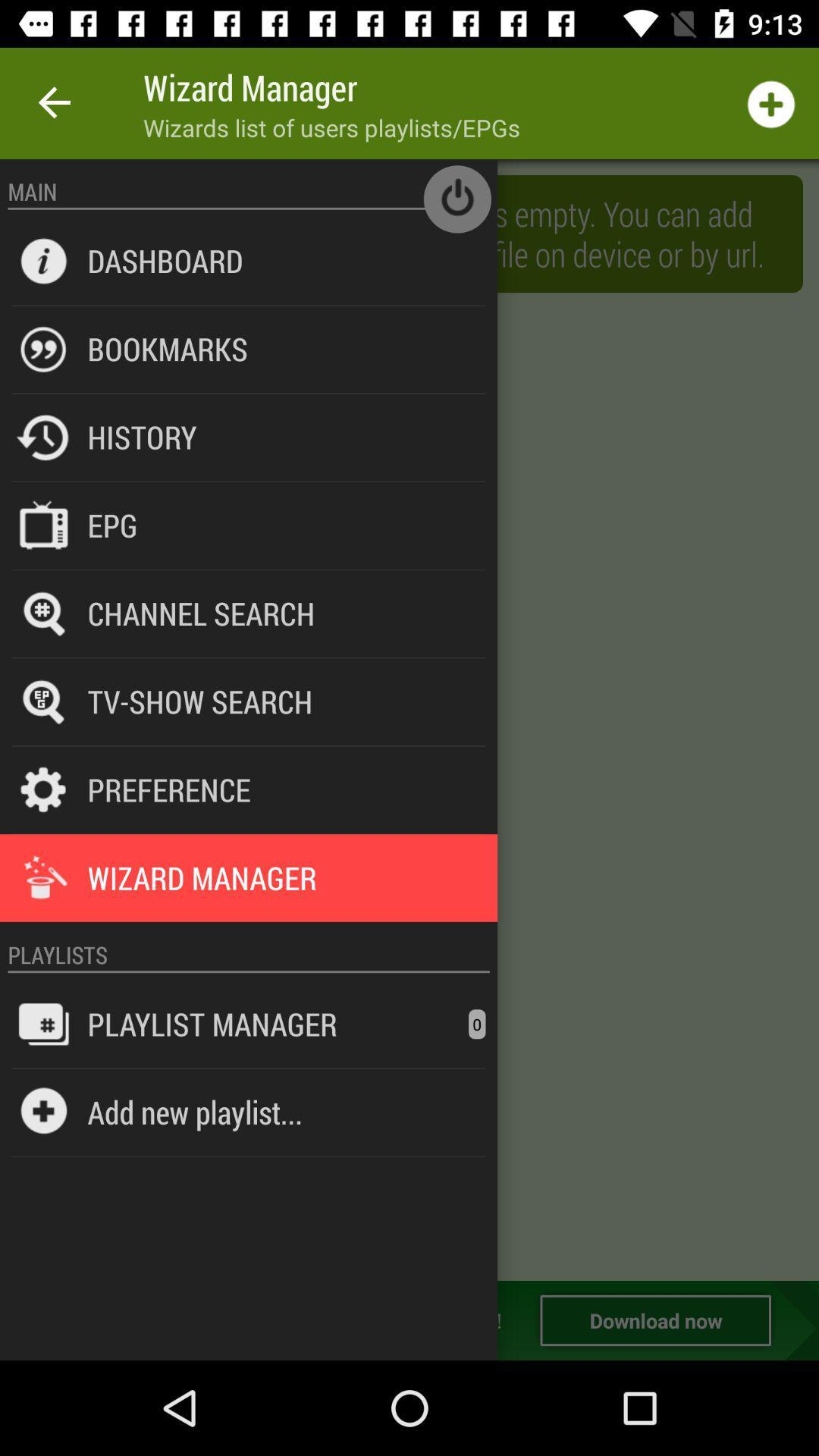  I want to click on tv-show search, so click(199, 701).